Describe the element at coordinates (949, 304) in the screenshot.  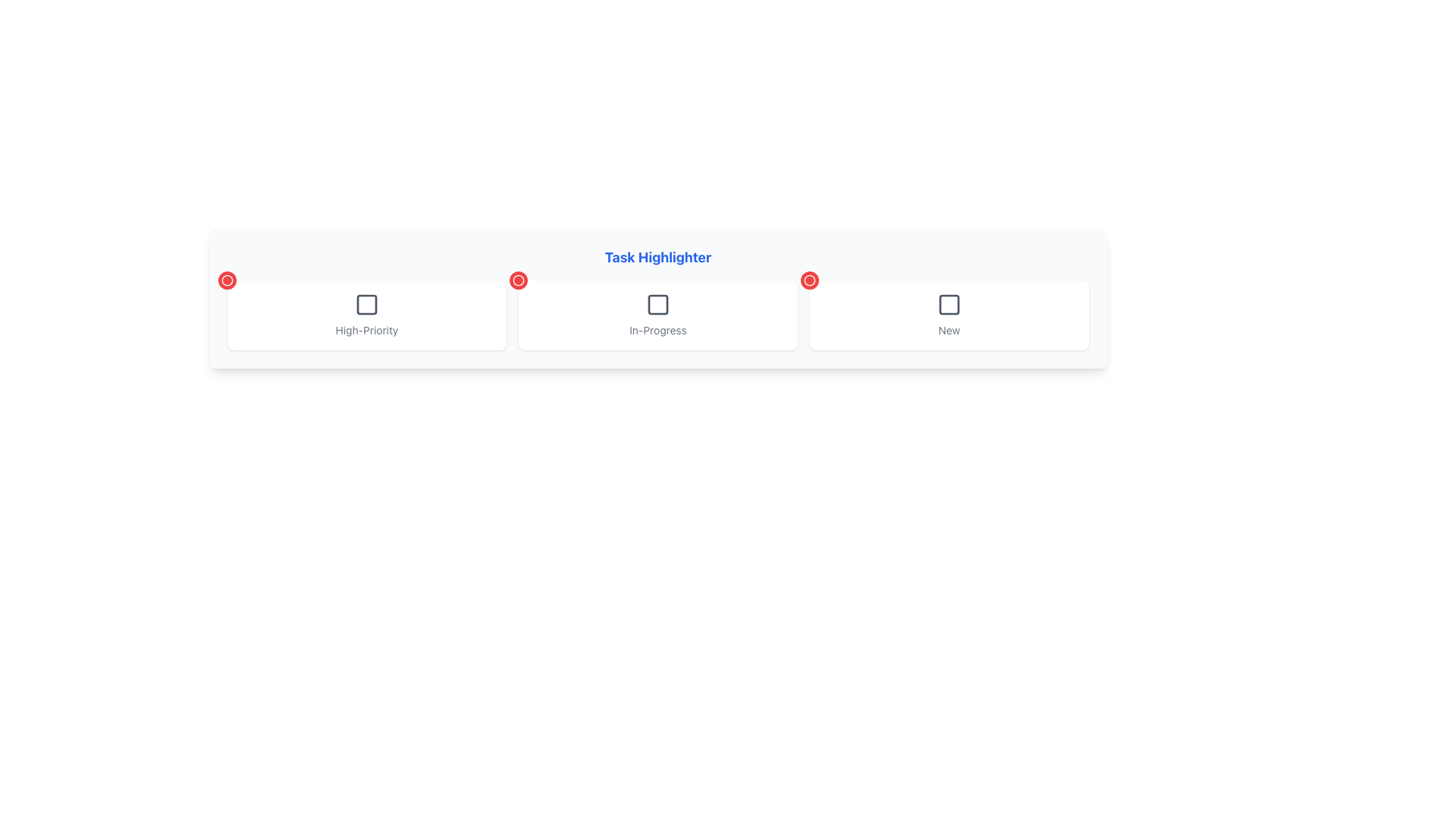
I see `the last square SVG icon in a row of three, located in the rightmost section below the 'Task Highlighter' heading` at that location.